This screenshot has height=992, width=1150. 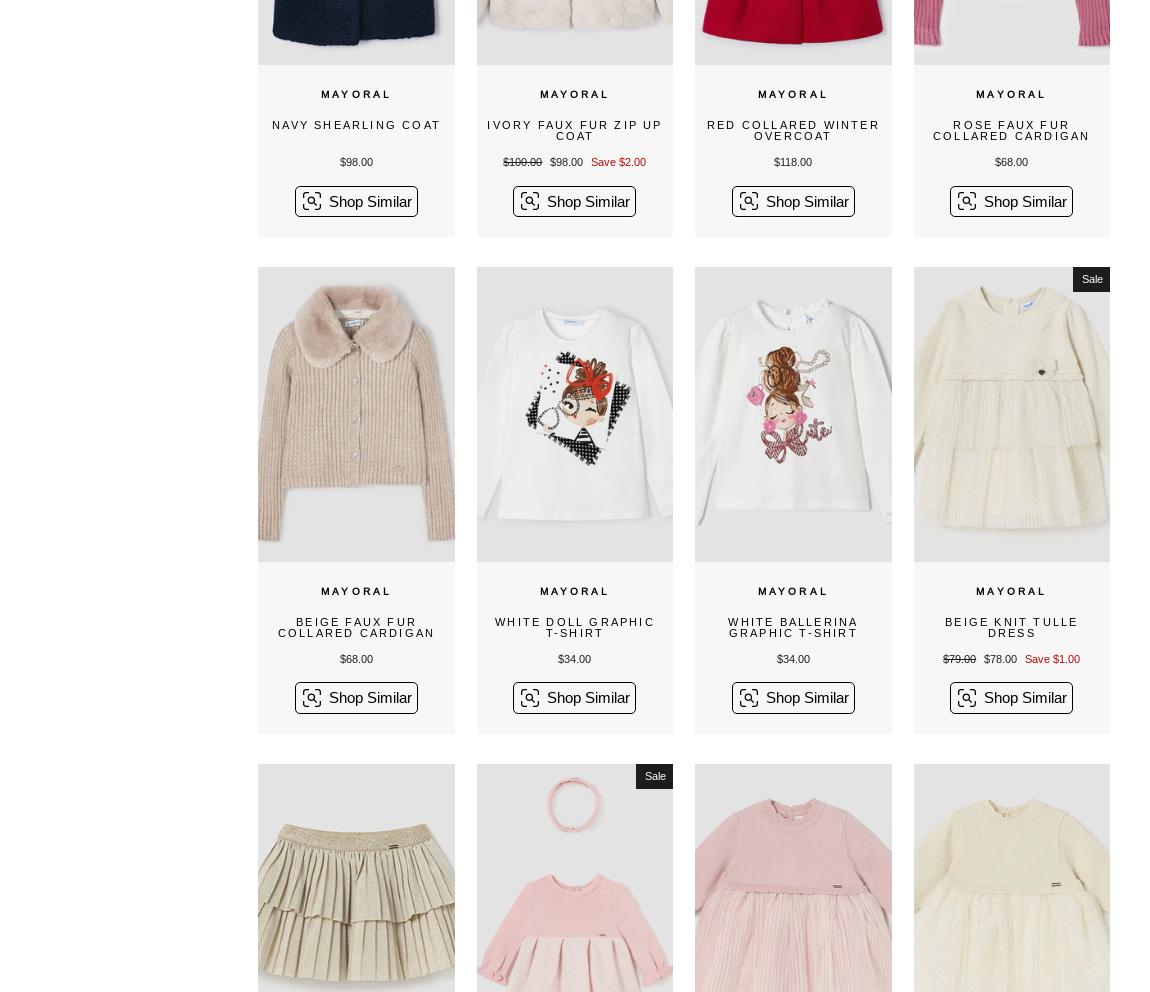 What do you see at coordinates (1011, 130) in the screenshot?
I see `'Rose Faux Fur Collared Cardigan'` at bounding box center [1011, 130].